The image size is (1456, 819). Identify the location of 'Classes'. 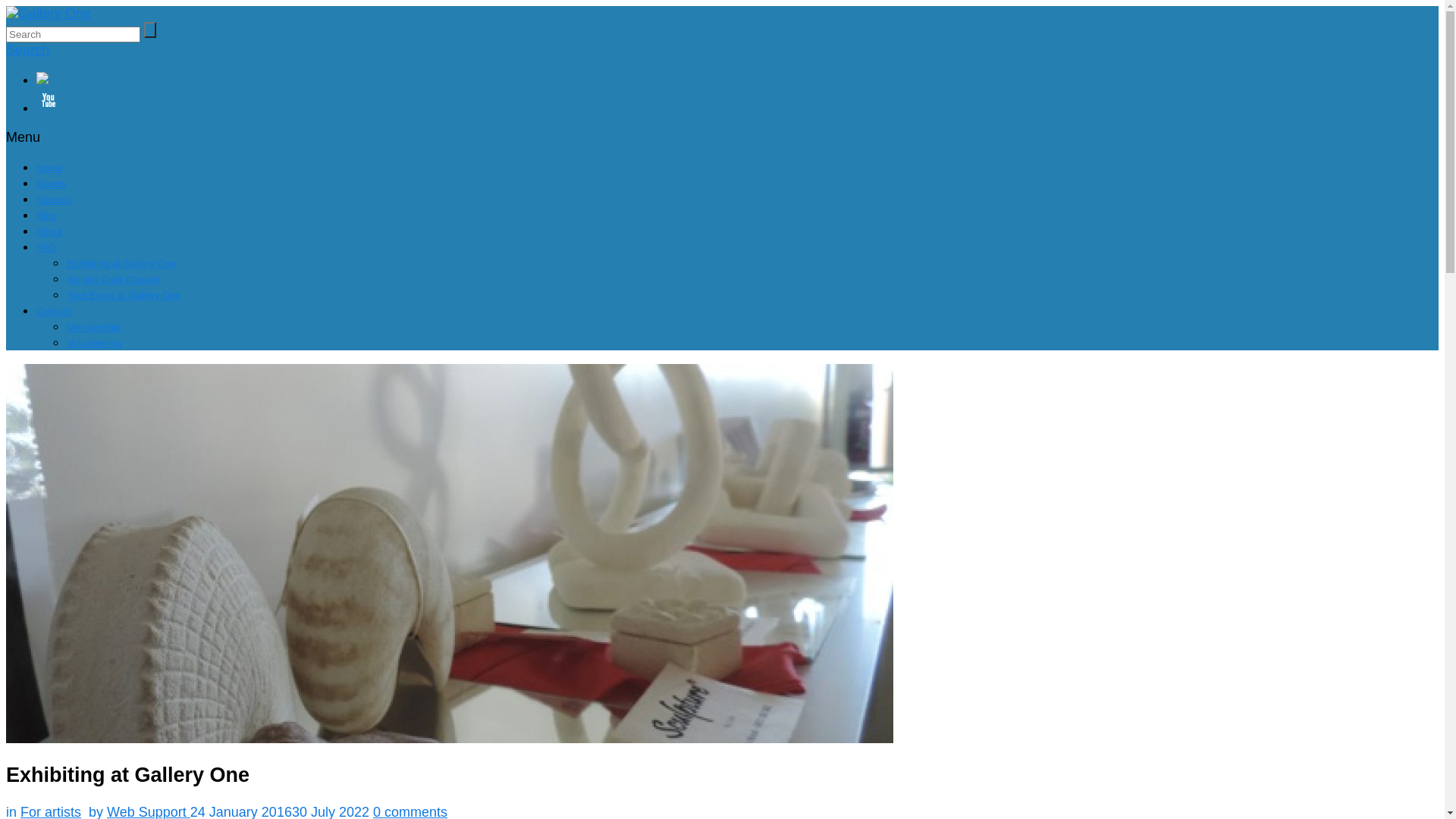
(54, 199).